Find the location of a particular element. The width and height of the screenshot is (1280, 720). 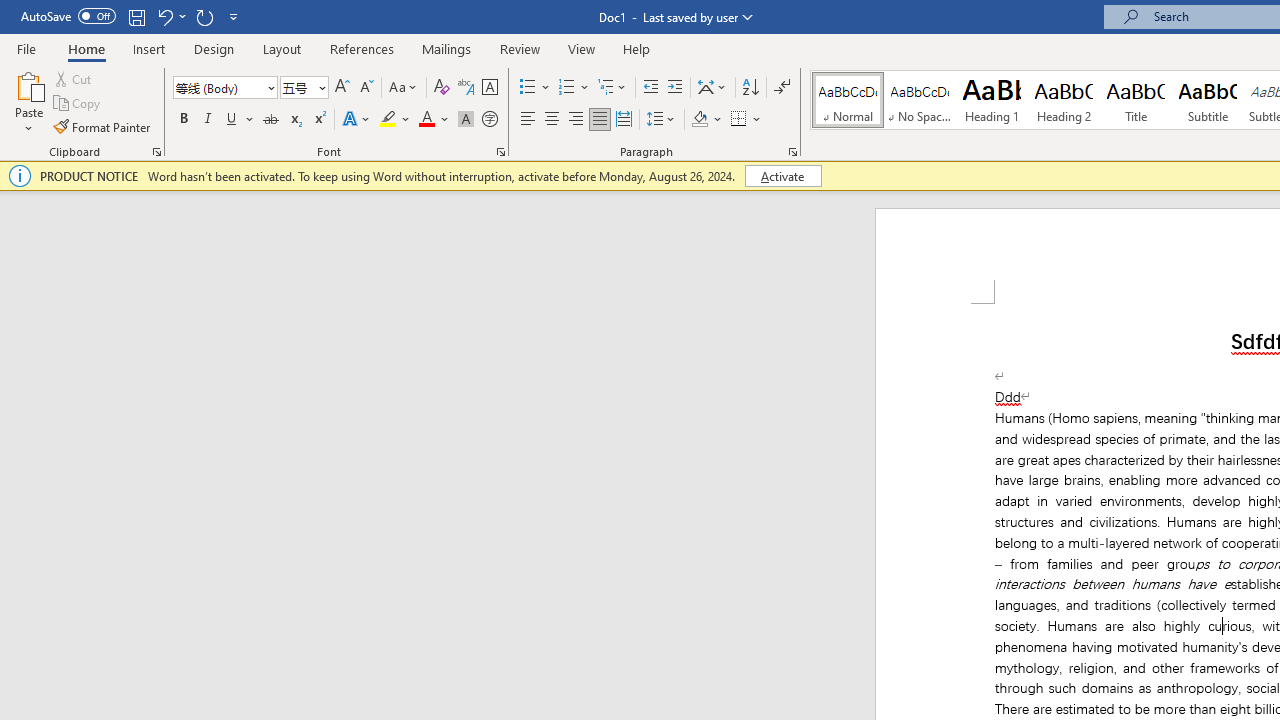

'Heading 2' is located at coordinates (1062, 100).